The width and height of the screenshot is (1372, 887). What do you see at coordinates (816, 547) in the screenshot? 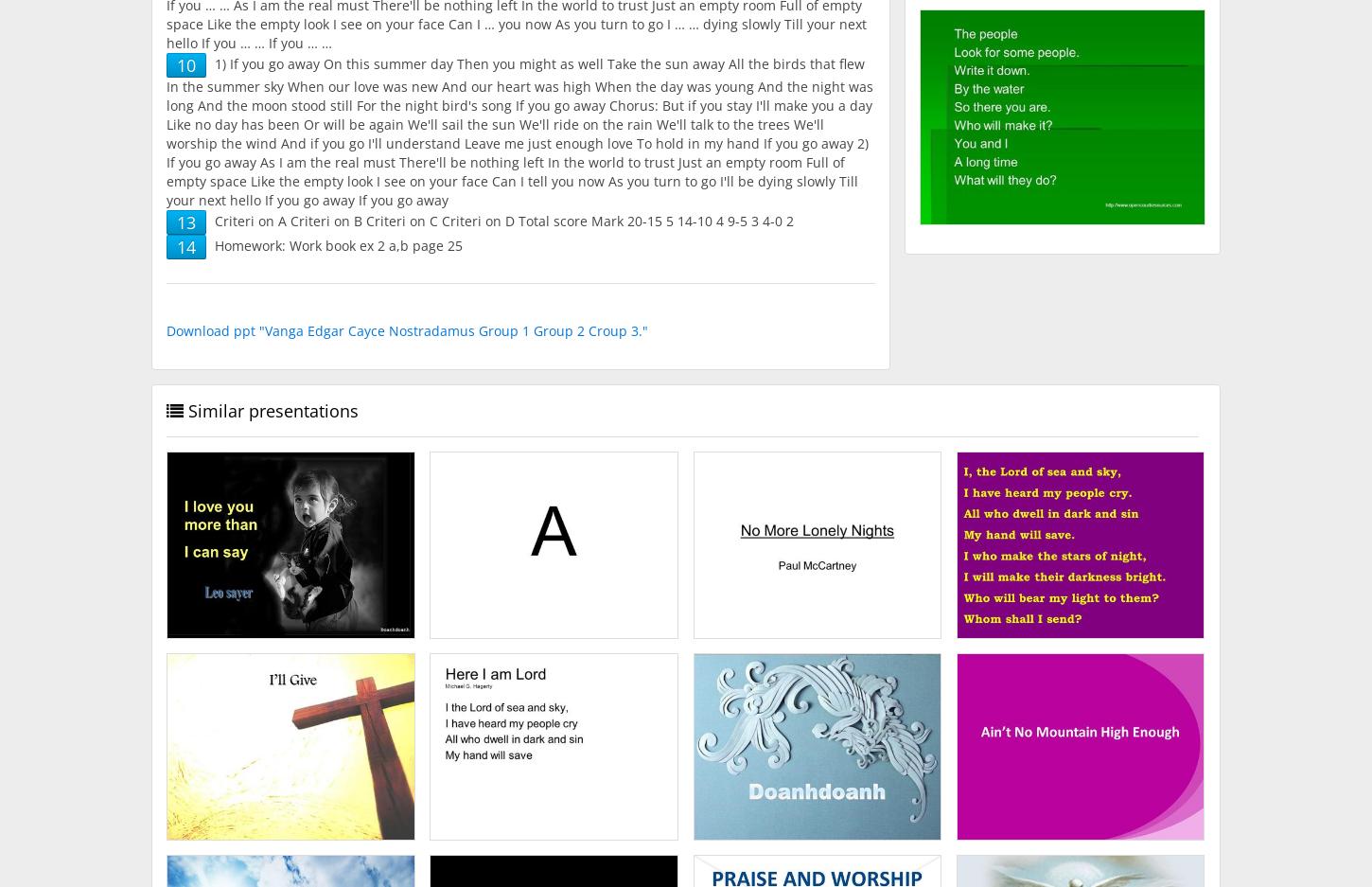
I see `'No More Lonely Nights Paul McCartney.'` at bounding box center [816, 547].